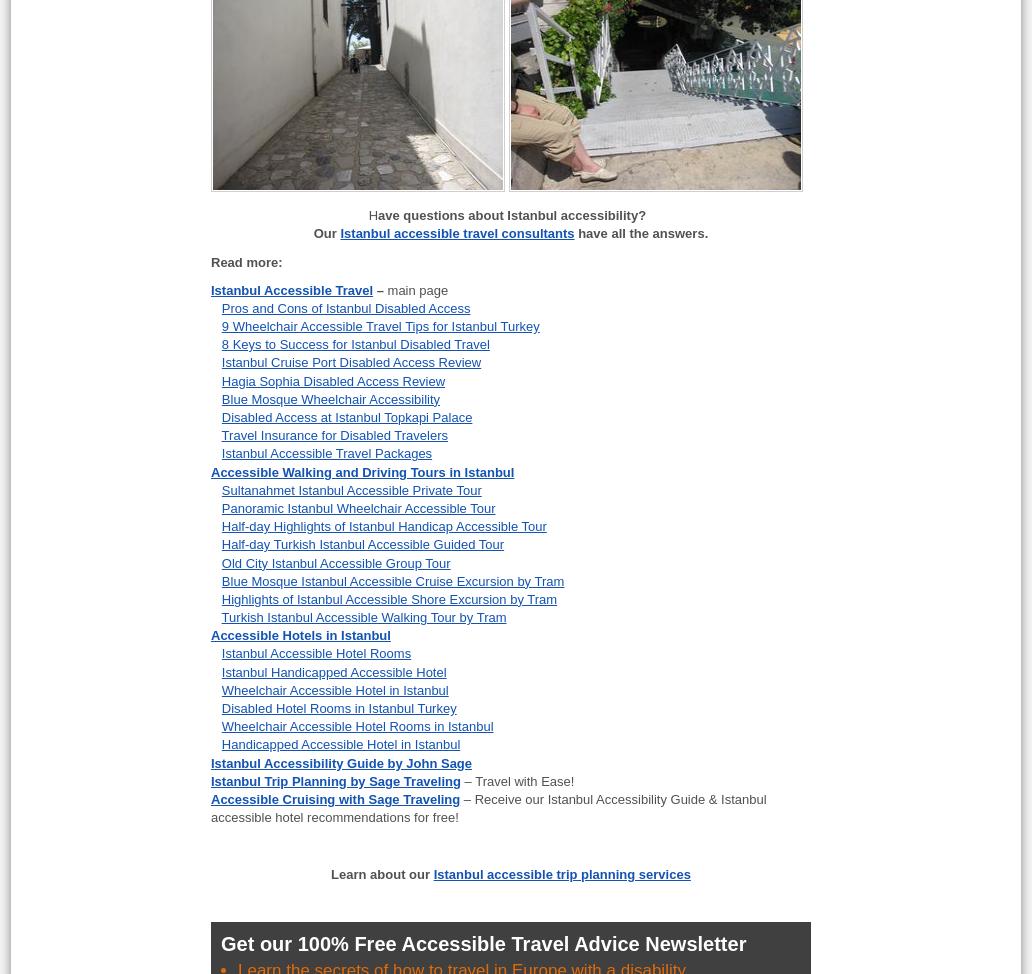 Image resolution: width=1032 pixels, height=974 pixels. I want to click on 'have all the answers.', so click(573, 233).